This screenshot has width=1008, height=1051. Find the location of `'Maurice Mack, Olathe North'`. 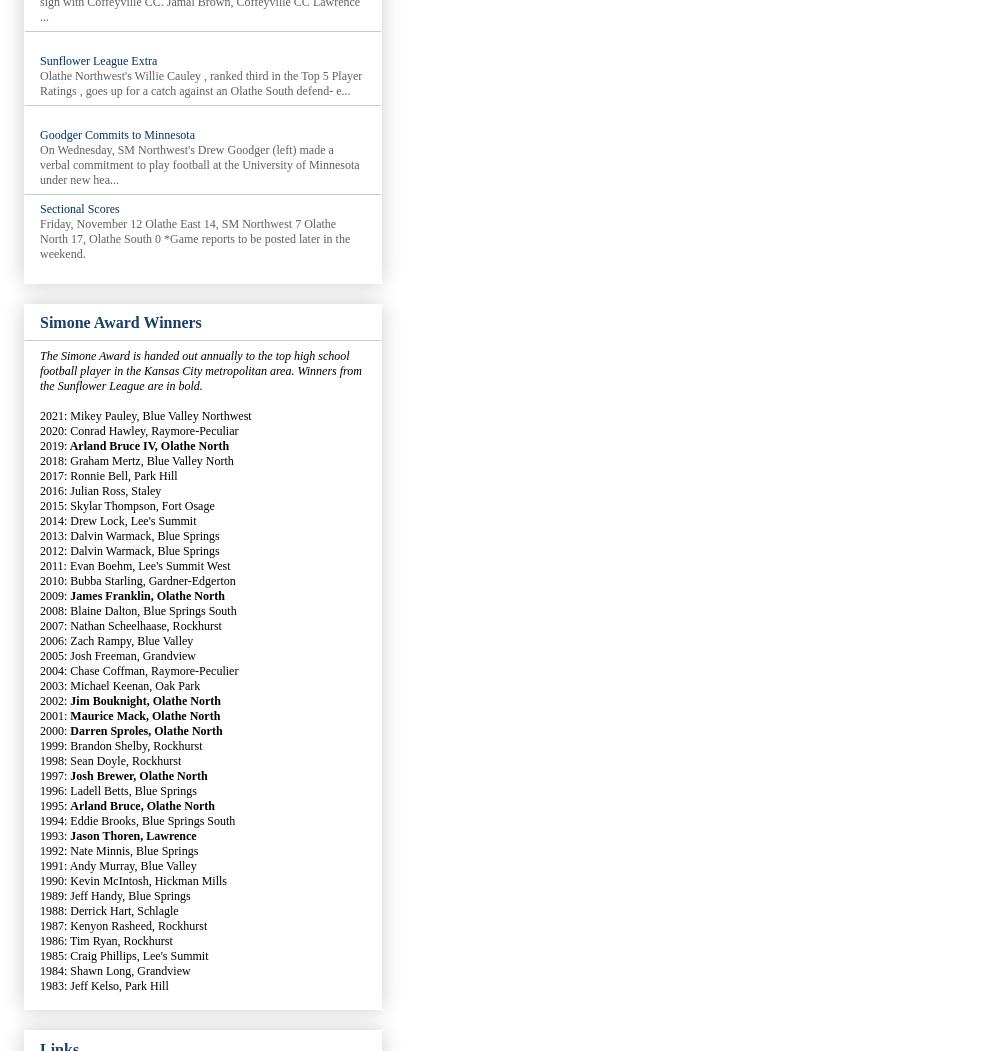

'Maurice Mack, Olathe North' is located at coordinates (144, 715).